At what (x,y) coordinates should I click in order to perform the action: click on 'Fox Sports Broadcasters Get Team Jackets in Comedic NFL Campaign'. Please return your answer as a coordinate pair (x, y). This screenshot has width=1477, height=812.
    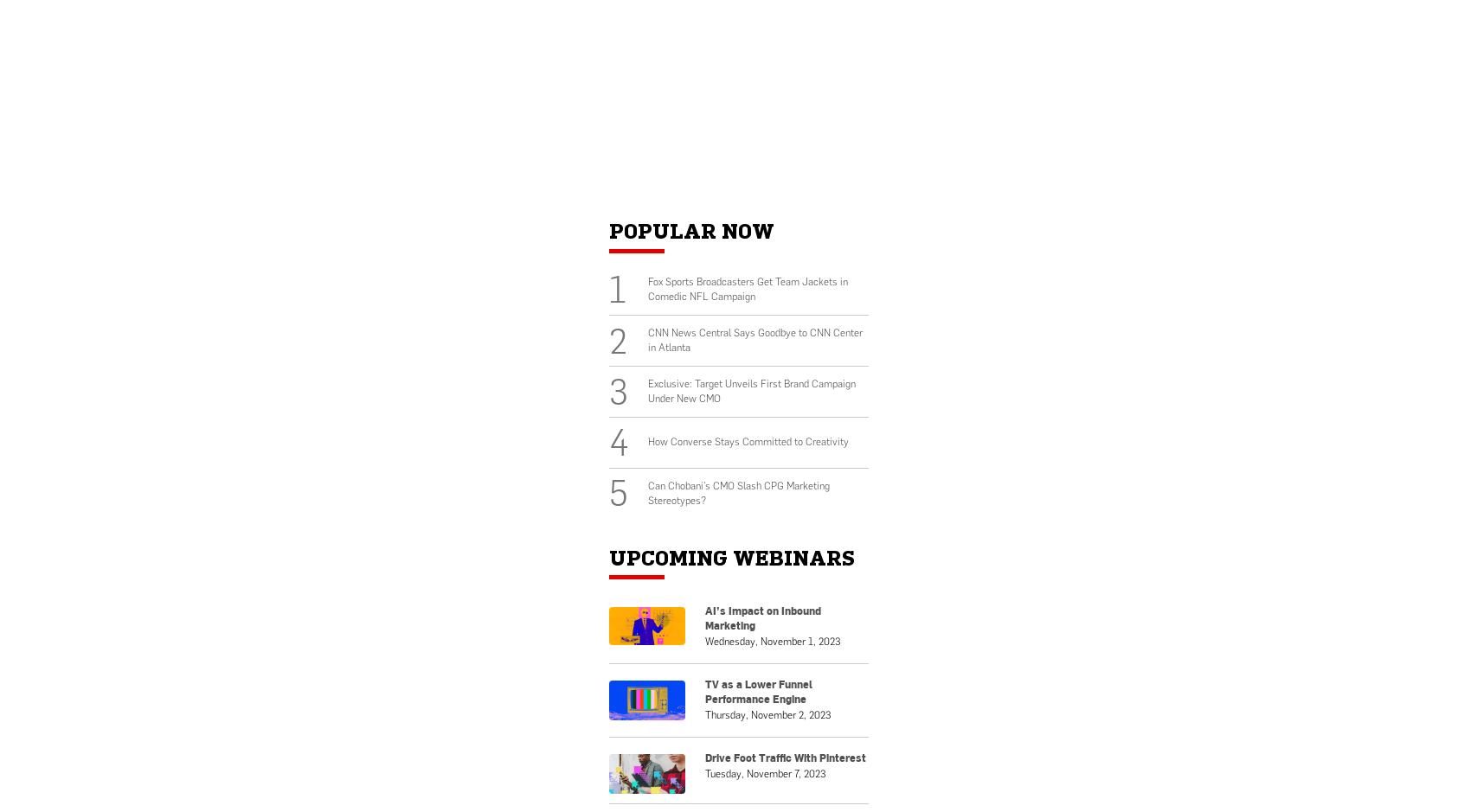
    Looking at the image, I should click on (647, 287).